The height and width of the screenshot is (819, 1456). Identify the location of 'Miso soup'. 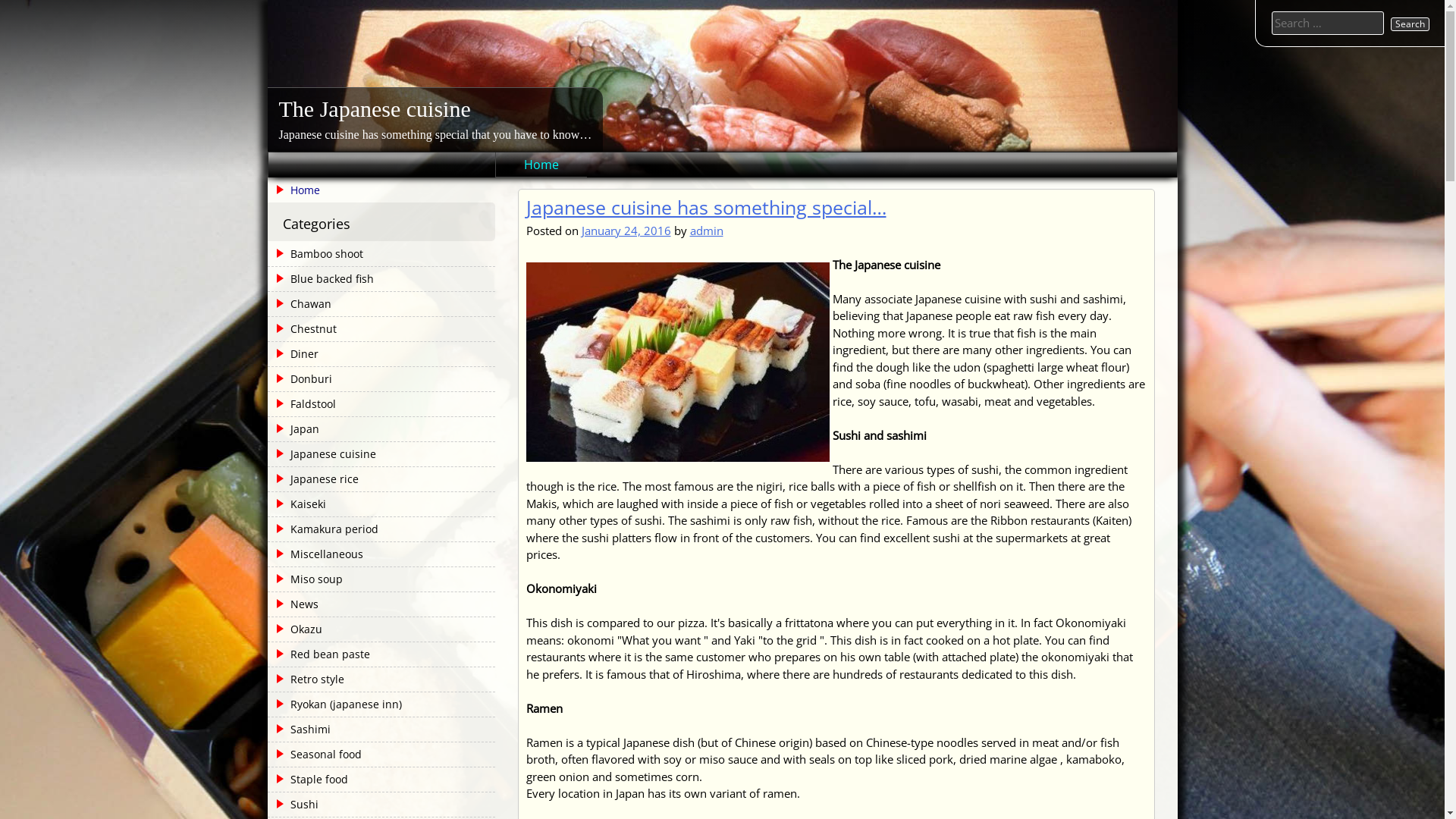
(305, 579).